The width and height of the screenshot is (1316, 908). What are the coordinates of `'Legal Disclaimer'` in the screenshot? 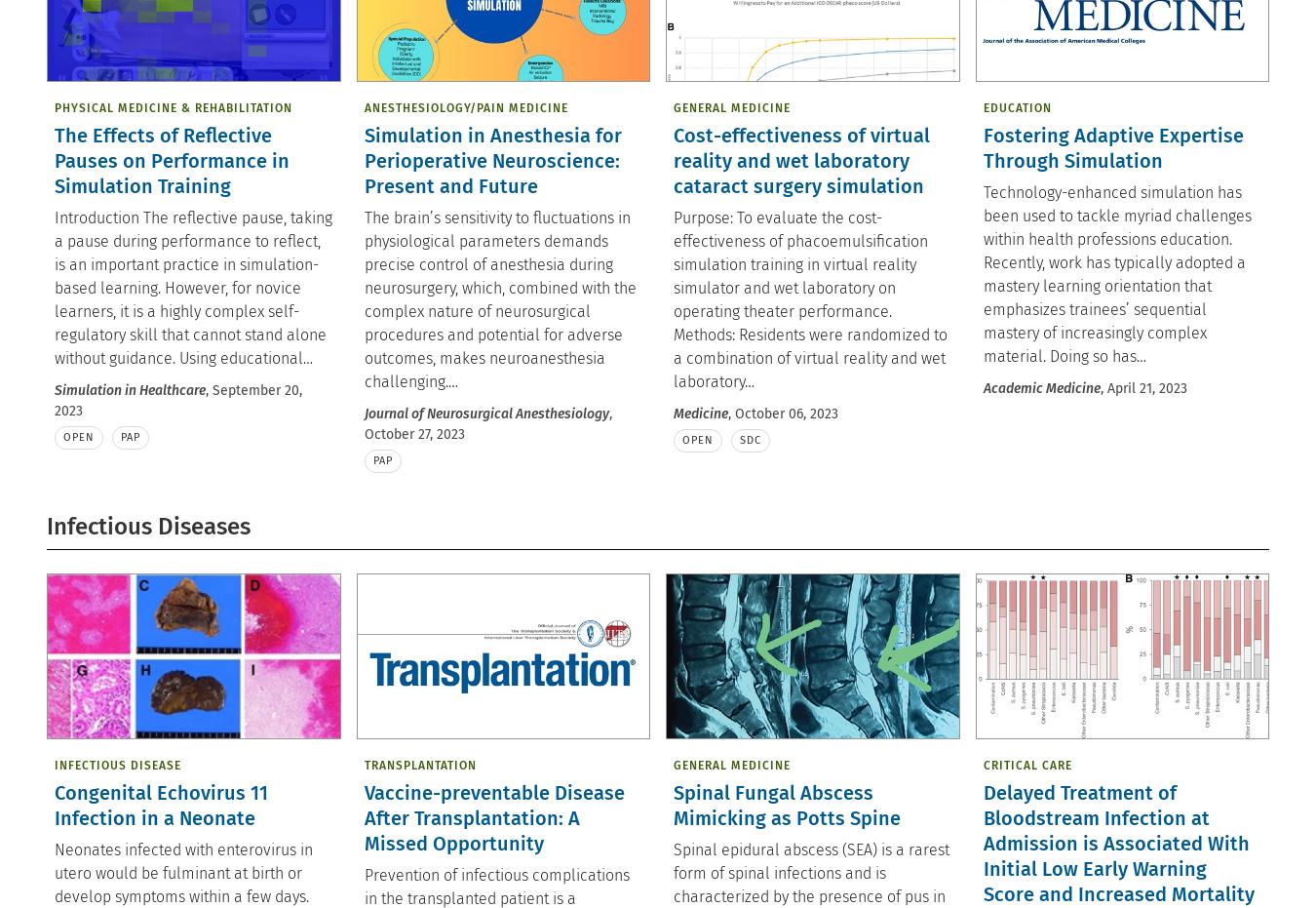 It's located at (511, 131).